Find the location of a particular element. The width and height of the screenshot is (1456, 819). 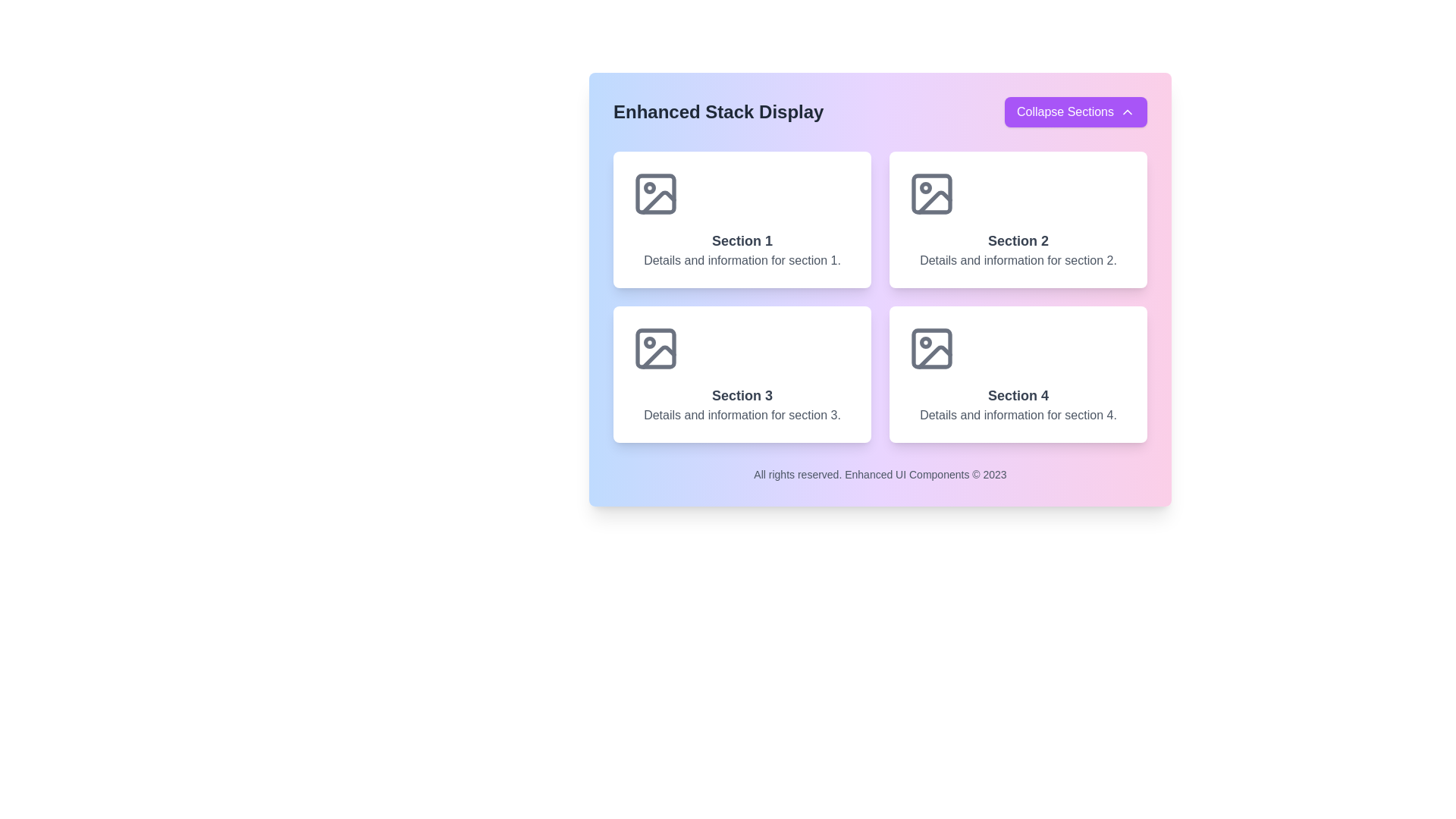

the icon resembling an image placeholder with a gray outline located in Section 3, positioned centrally above the text details for that section is located at coordinates (655, 348).